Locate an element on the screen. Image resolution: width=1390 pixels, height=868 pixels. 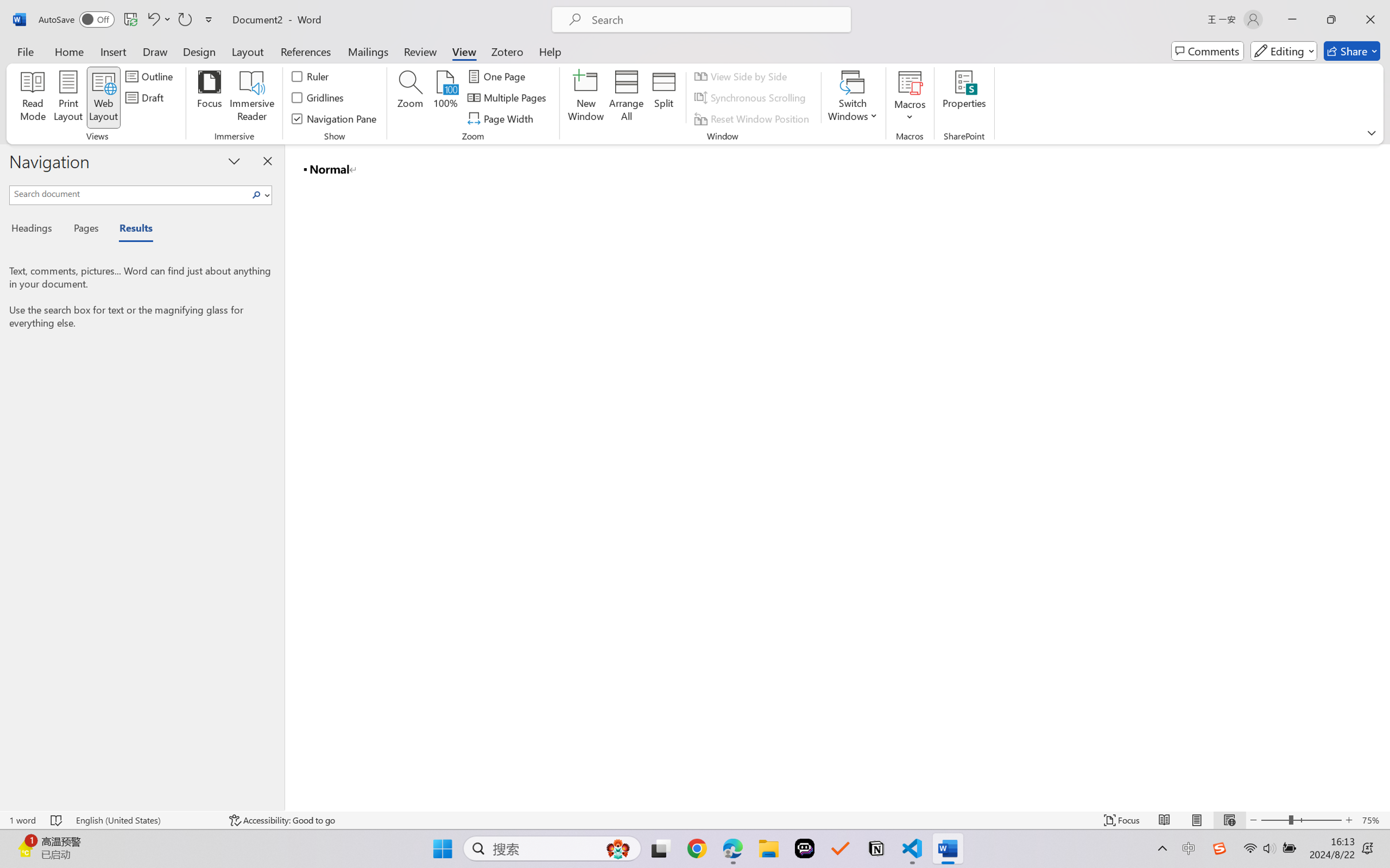
'Properties' is located at coordinates (964, 98).